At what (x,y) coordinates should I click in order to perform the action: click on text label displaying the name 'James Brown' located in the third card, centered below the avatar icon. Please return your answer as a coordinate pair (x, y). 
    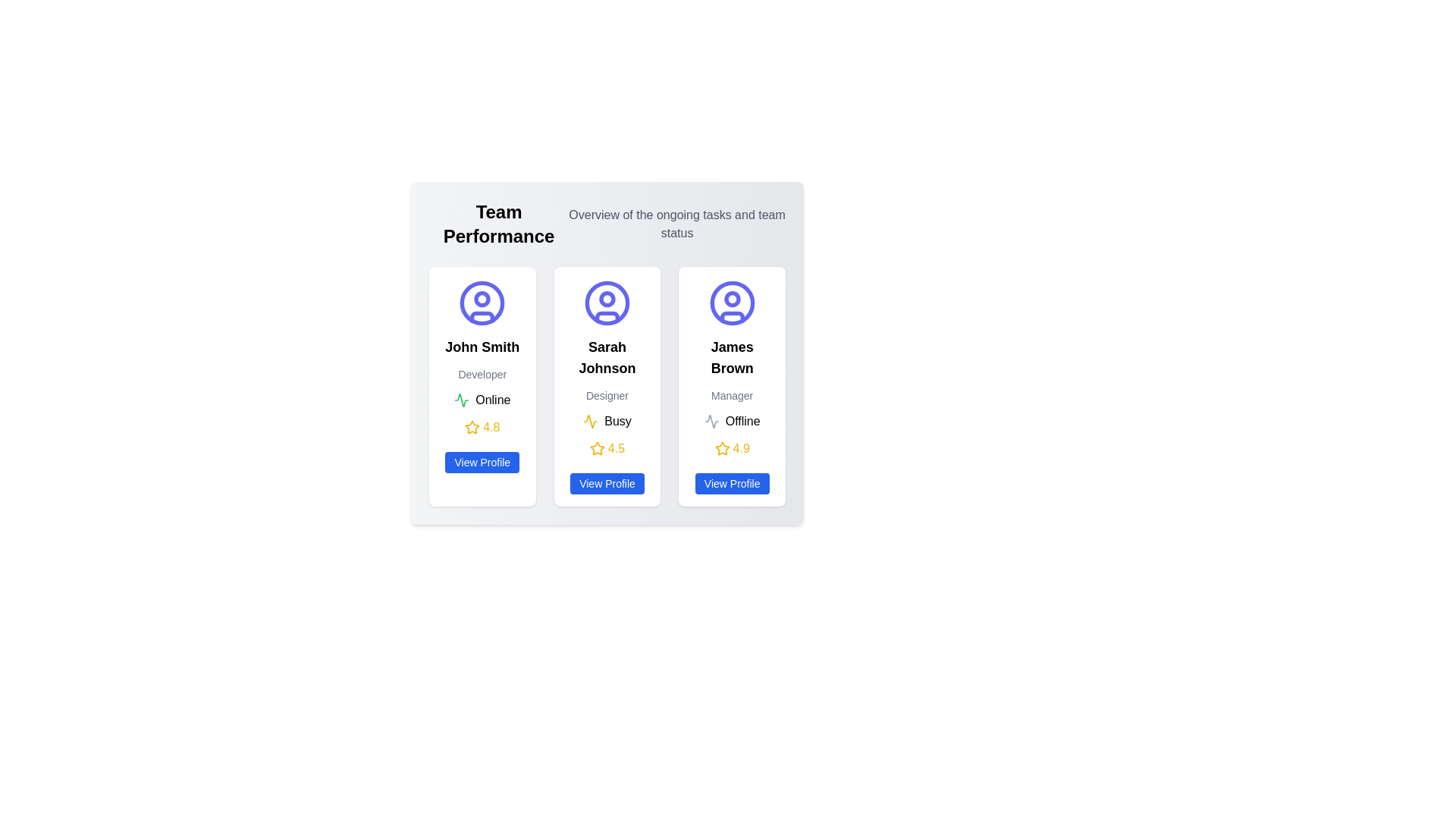
    Looking at the image, I should click on (732, 357).